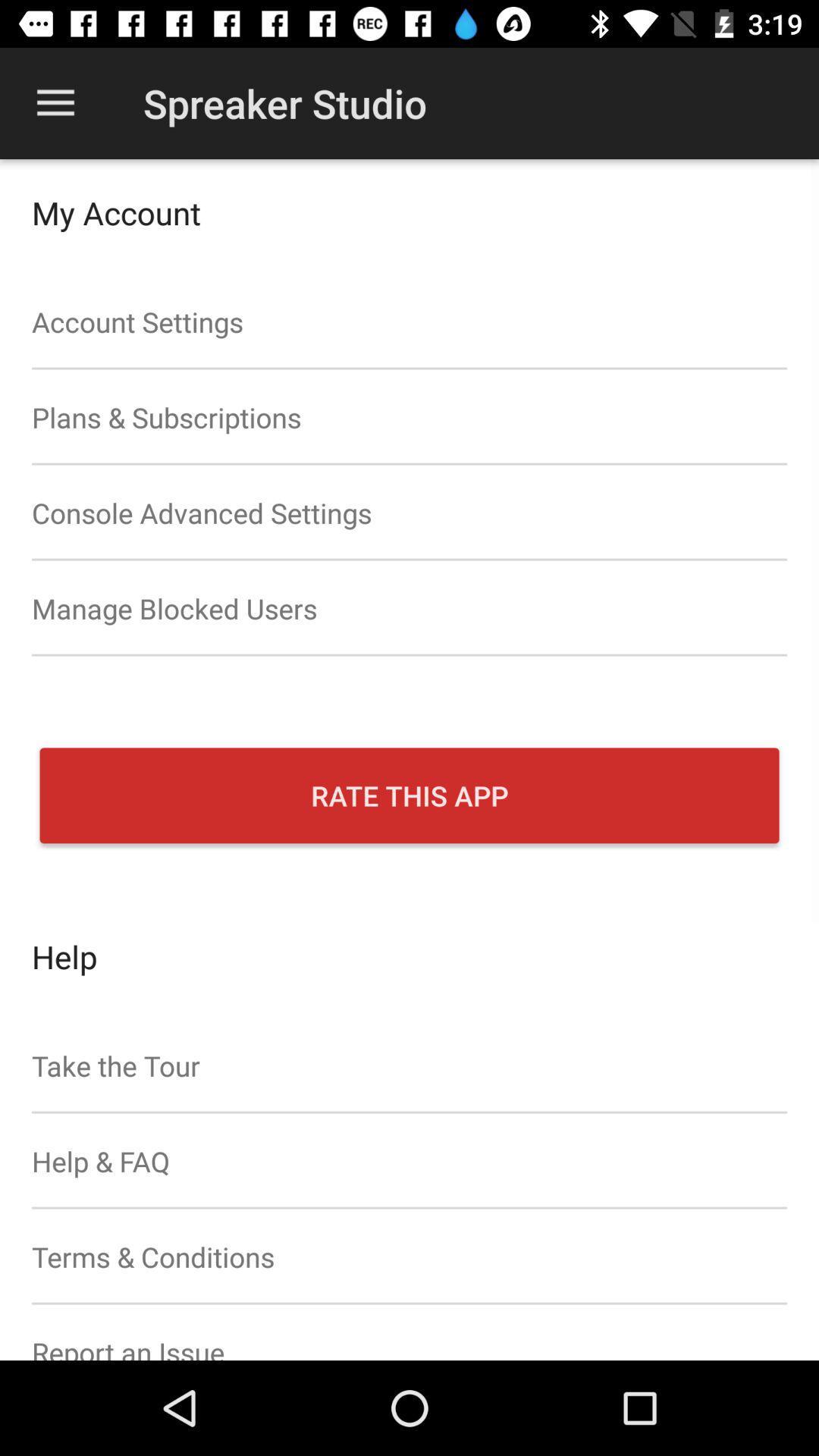 The height and width of the screenshot is (1456, 819). Describe the element at coordinates (55, 102) in the screenshot. I see `app next to spreaker studio` at that location.